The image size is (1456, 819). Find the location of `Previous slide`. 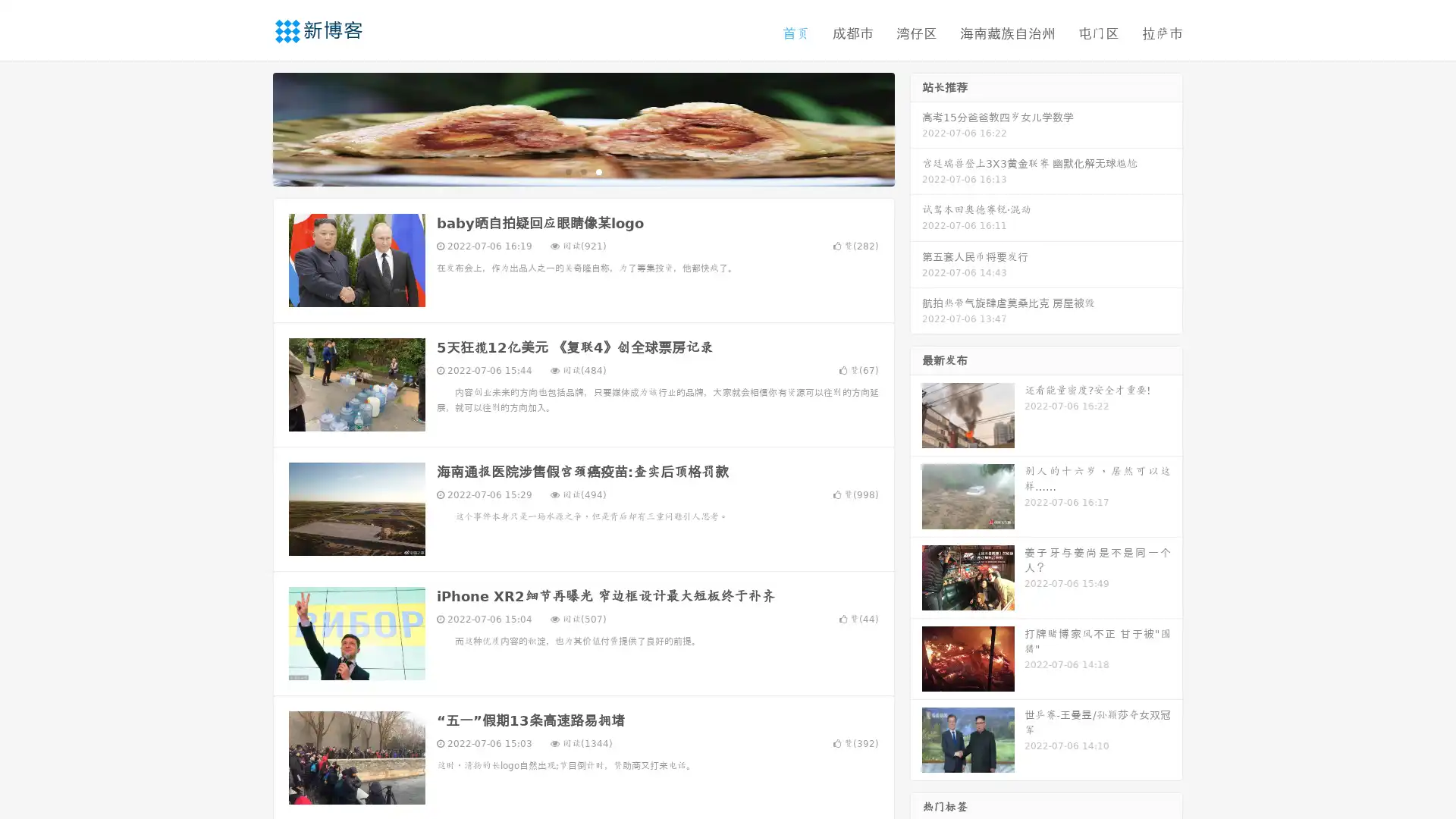

Previous slide is located at coordinates (250, 127).